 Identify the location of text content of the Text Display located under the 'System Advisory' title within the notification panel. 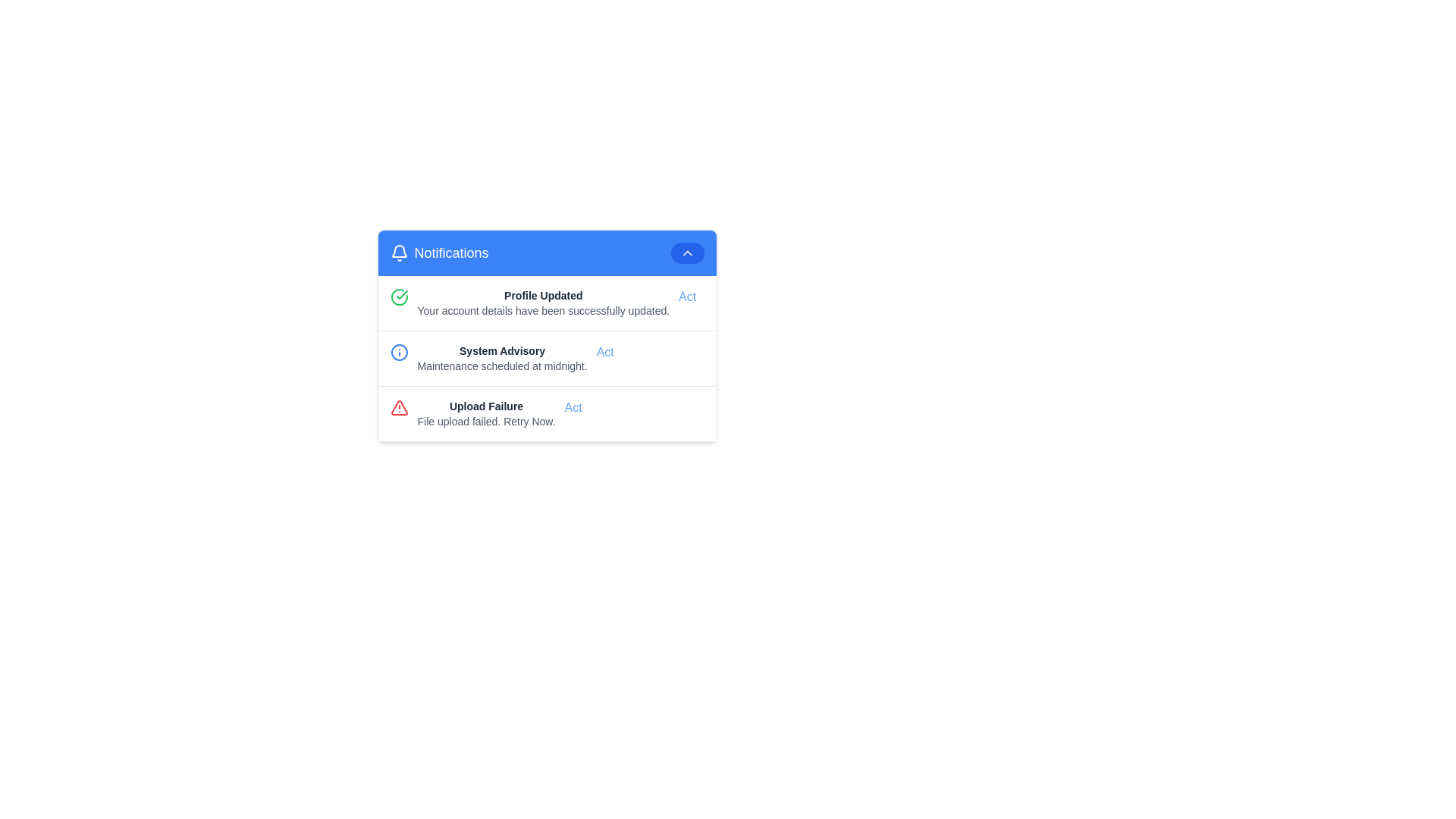
(502, 366).